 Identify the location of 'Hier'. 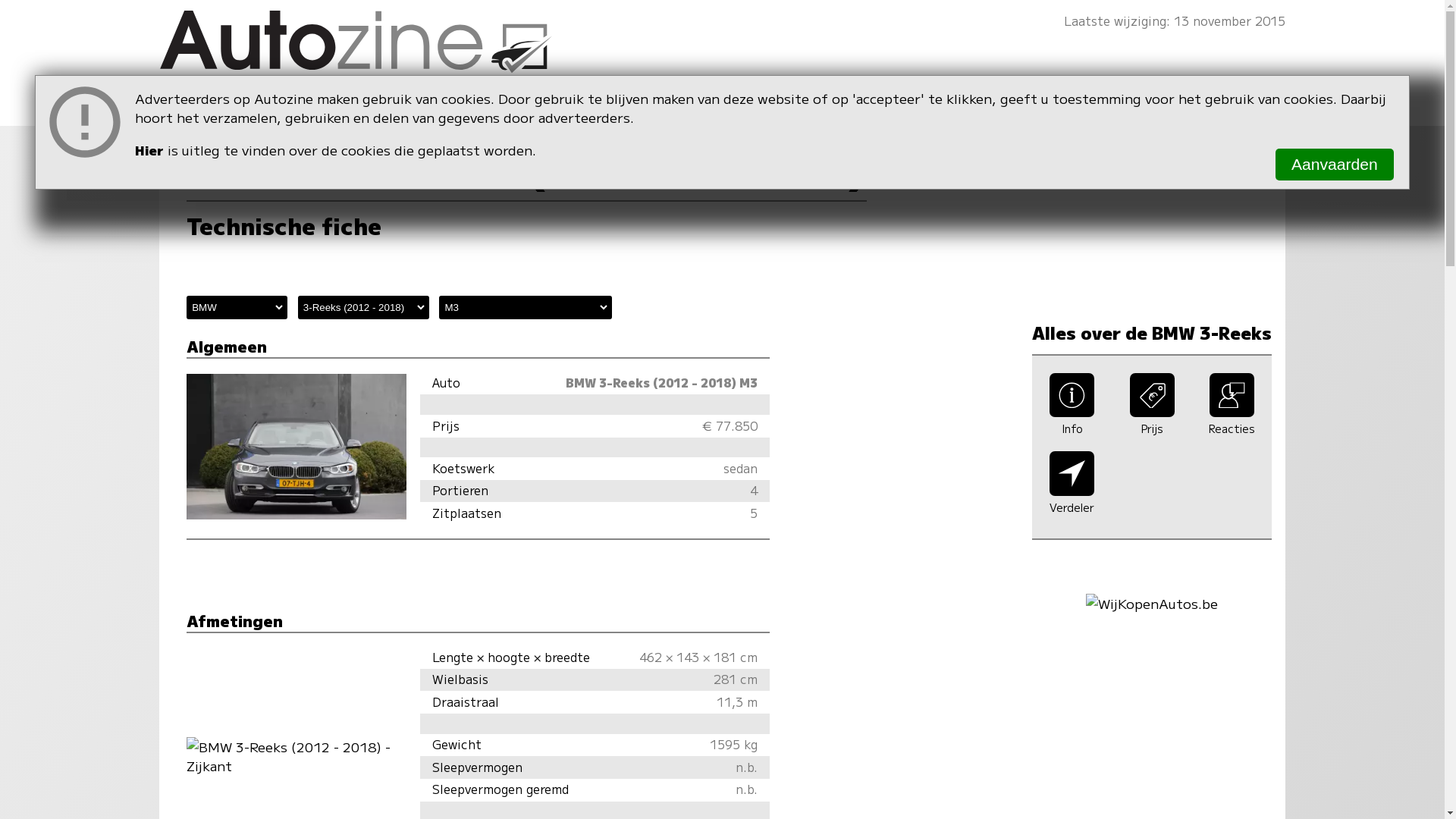
(149, 149).